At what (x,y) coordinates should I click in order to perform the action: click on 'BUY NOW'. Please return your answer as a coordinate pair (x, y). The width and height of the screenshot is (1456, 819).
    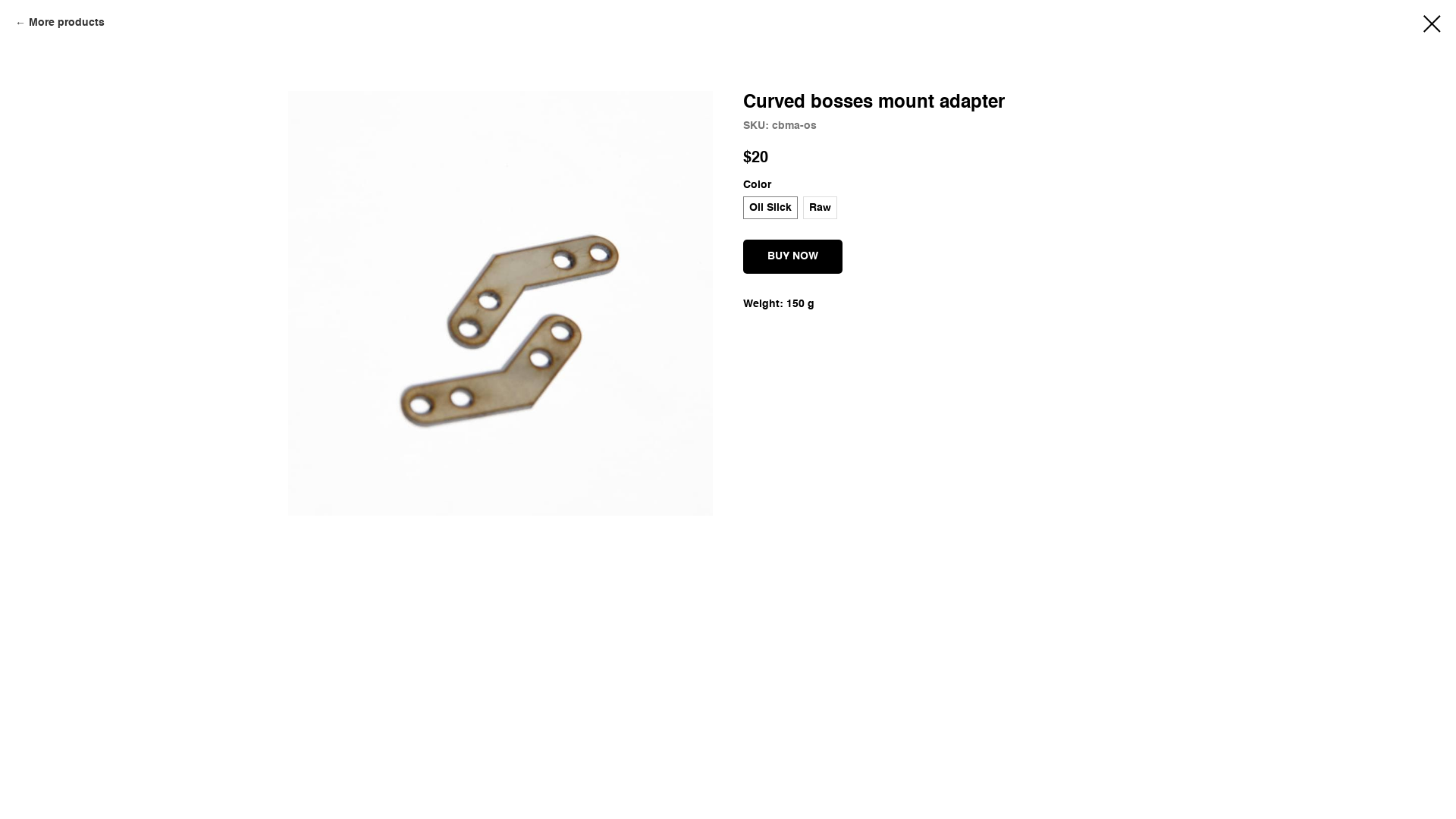
    Looking at the image, I should click on (792, 256).